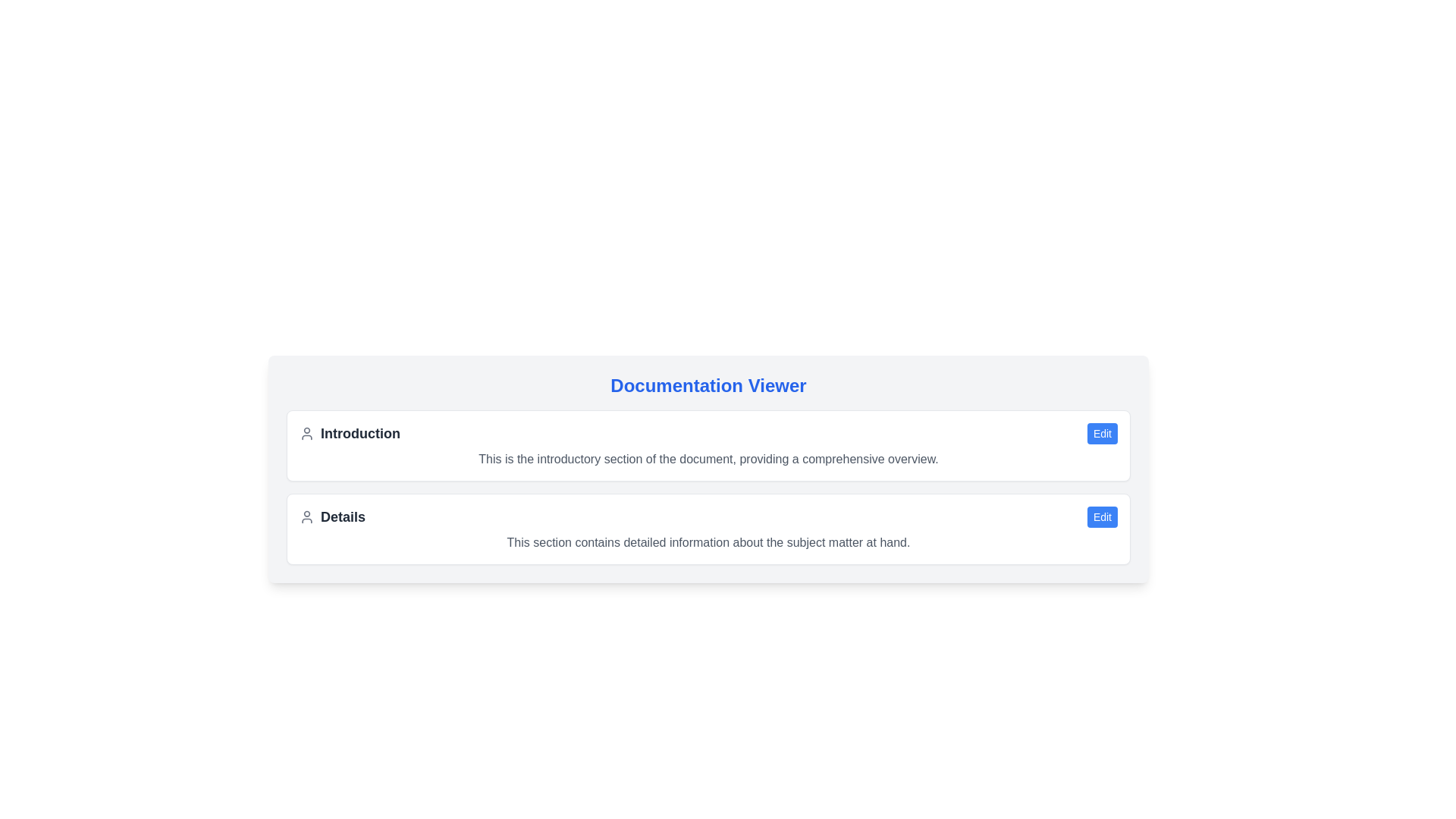 The width and height of the screenshot is (1456, 819). What do you see at coordinates (708, 516) in the screenshot?
I see `the 'Details' section which contains the title and 'Edit' button to enable keyboard navigation` at bounding box center [708, 516].